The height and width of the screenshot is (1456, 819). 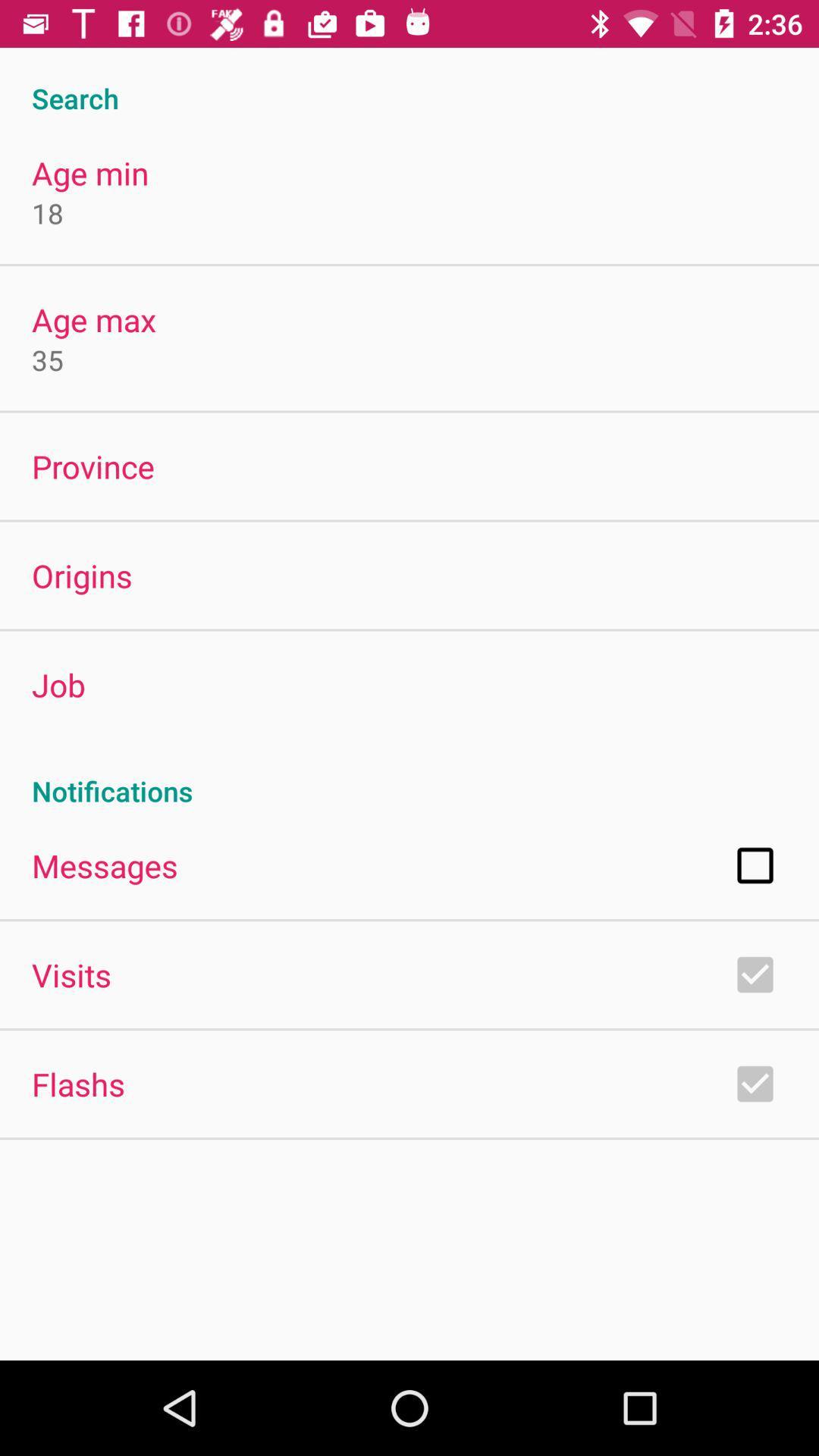 What do you see at coordinates (409, 81) in the screenshot?
I see `icon above age min icon` at bounding box center [409, 81].